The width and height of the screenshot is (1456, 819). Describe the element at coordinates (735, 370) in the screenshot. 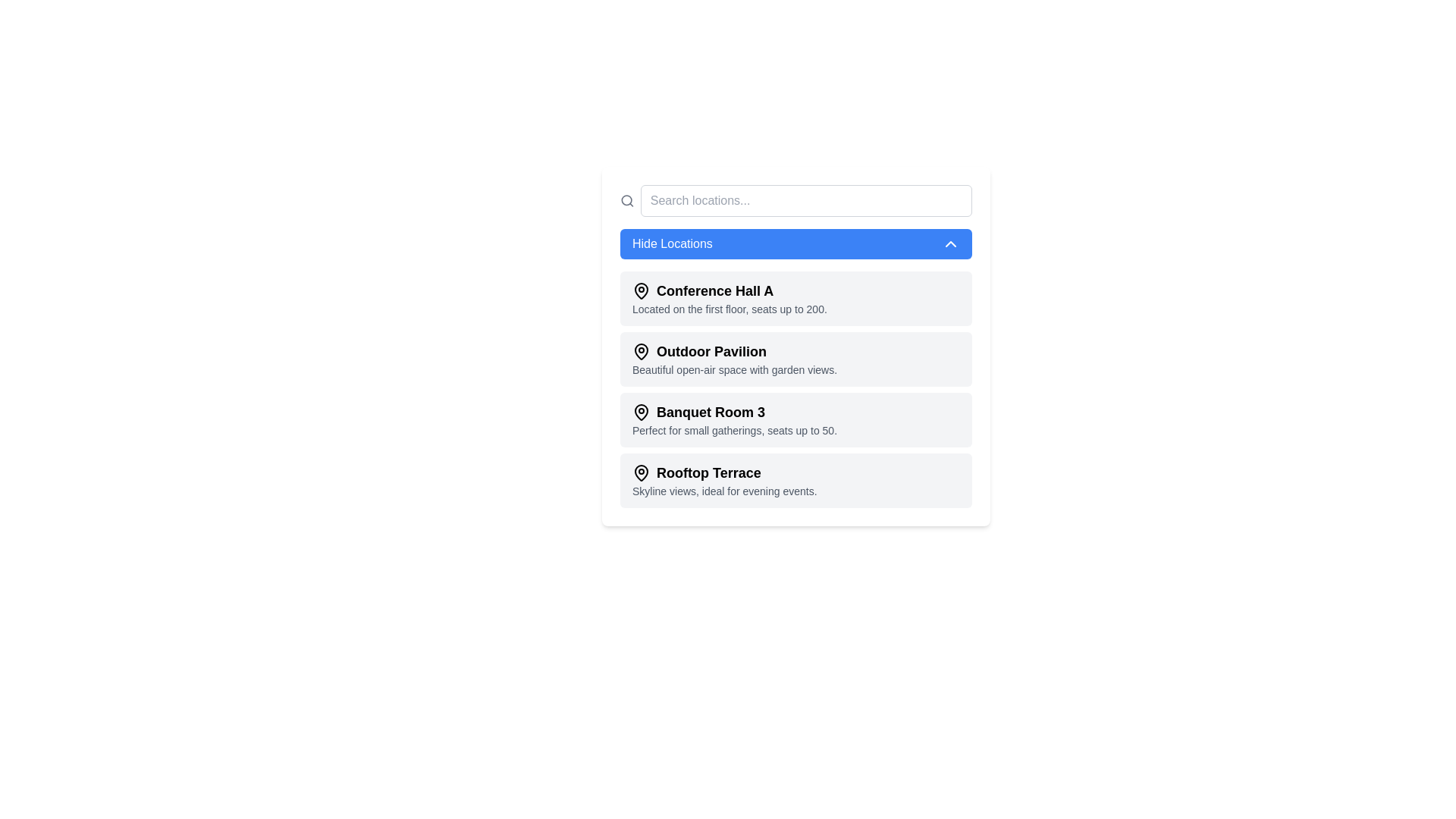

I see `descriptive text label located below the 'Outdoor Pavilion' title in the vertical list of location descriptions to gather information about its features` at that location.